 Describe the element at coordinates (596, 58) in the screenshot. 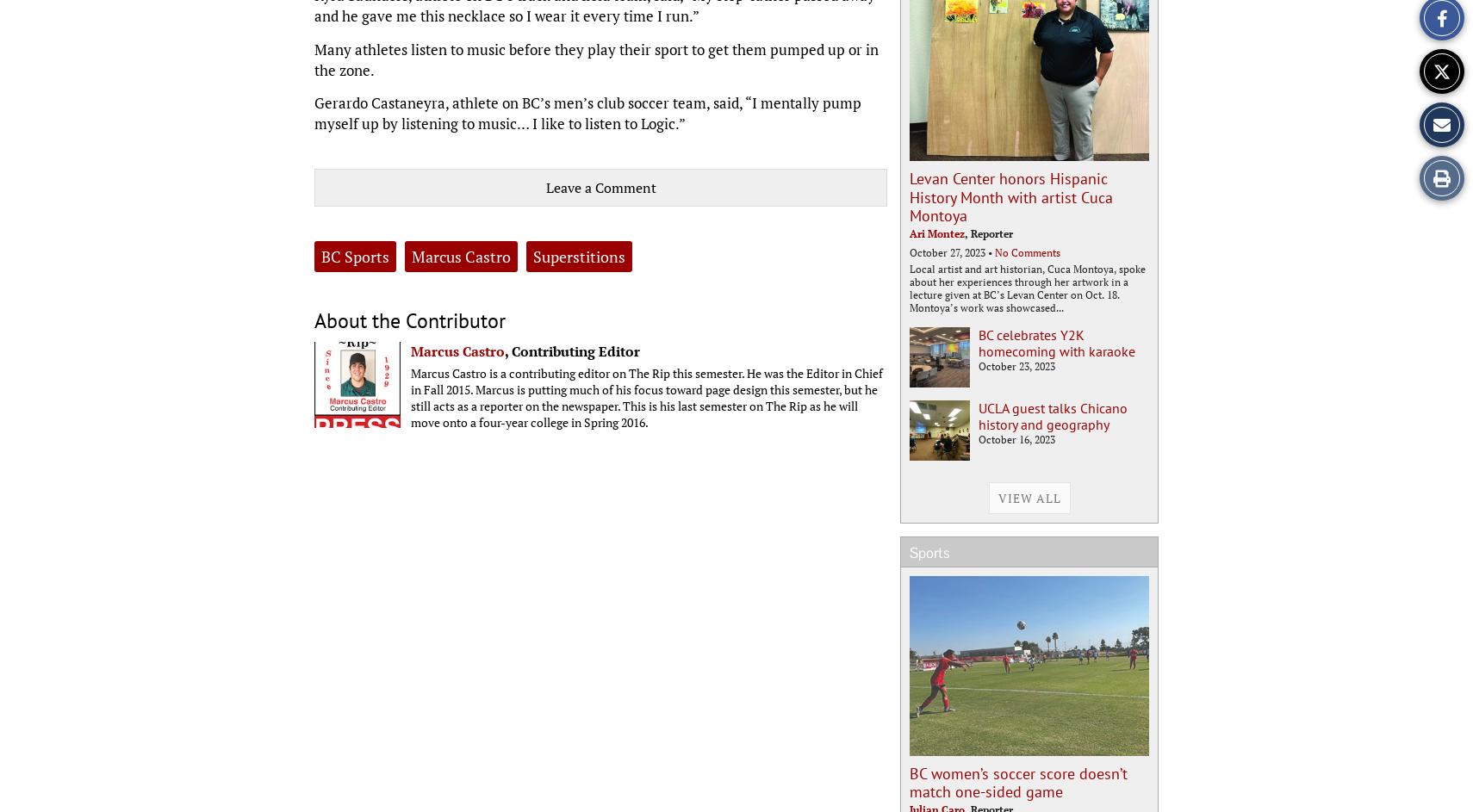

I see `'Many athletes listen to music before they play their sport to get them pumped up or in the zone.'` at that location.